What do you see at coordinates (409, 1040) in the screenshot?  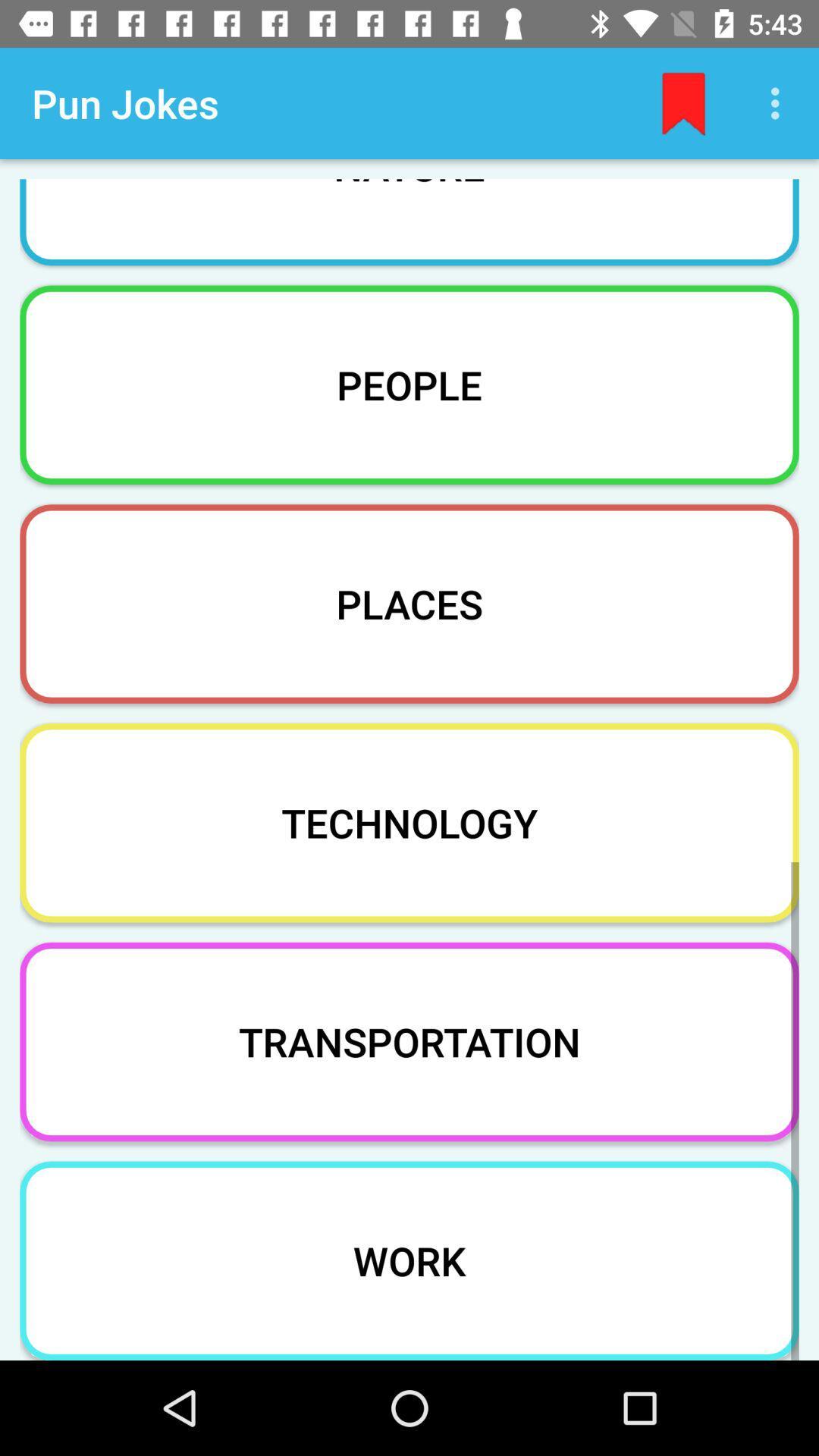 I see `the transportation` at bounding box center [409, 1040].